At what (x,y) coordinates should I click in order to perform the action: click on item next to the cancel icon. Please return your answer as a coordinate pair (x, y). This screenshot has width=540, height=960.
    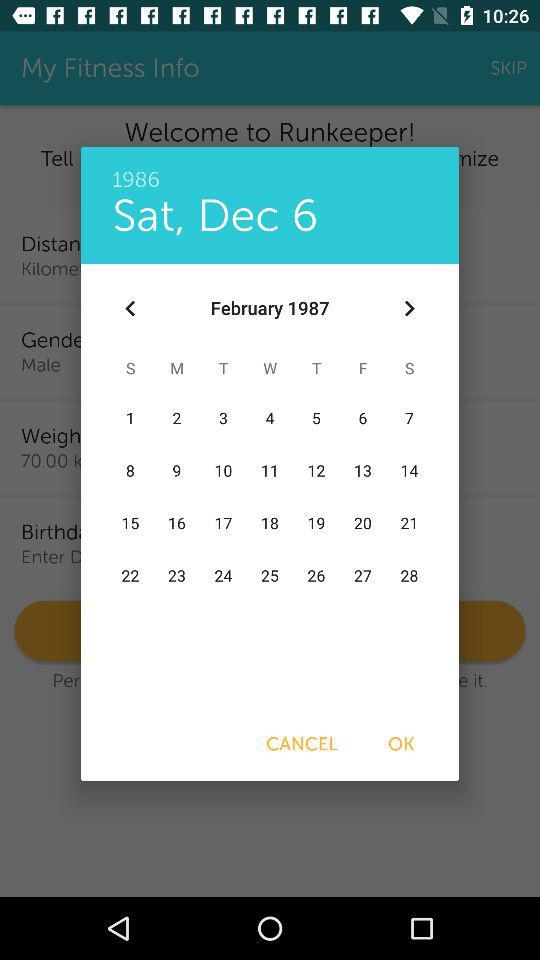
    Looking at the image, I should click on (401, 743).